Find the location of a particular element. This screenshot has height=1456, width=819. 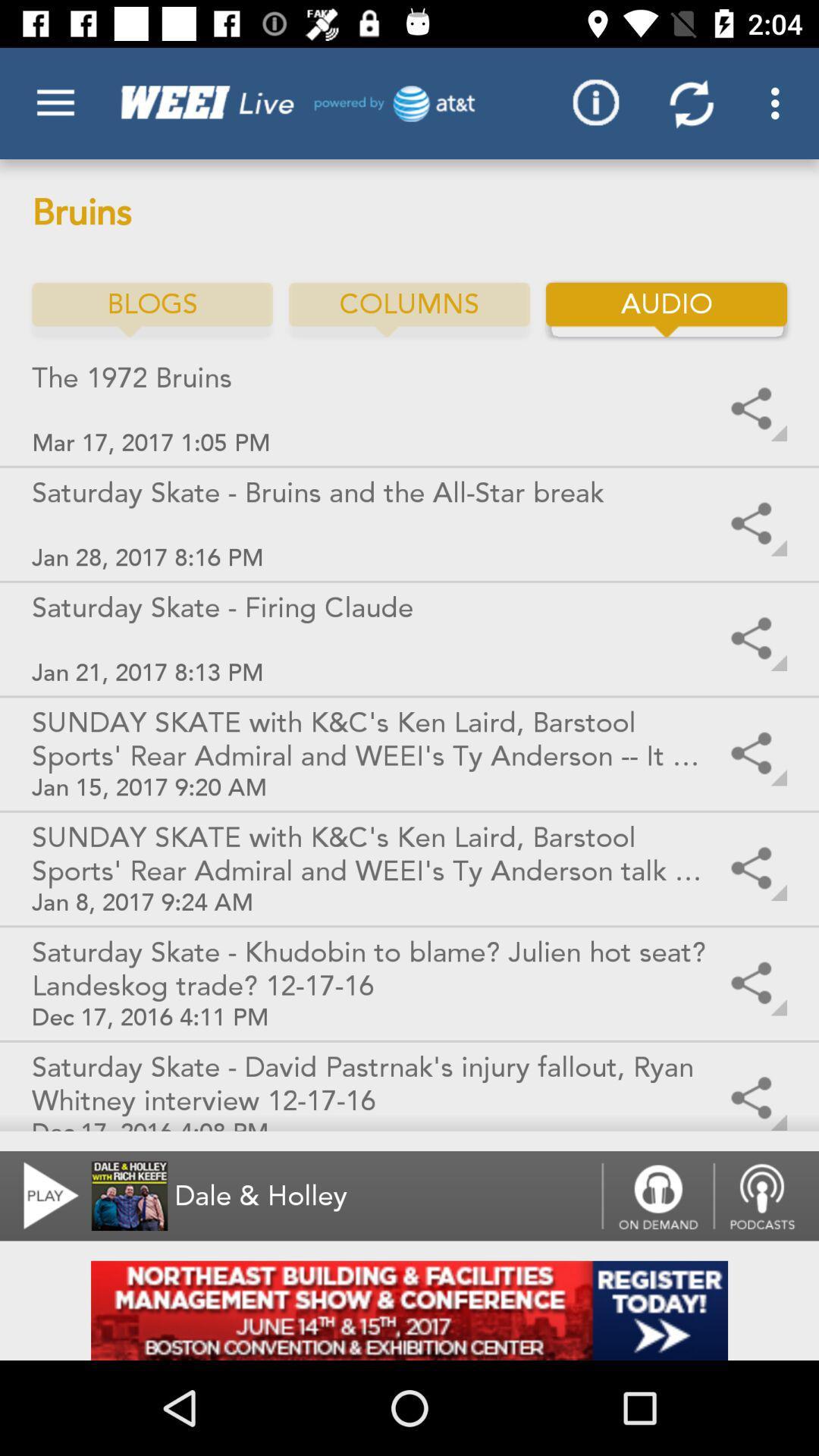

the play icon is located at coordinates (41, 1195).